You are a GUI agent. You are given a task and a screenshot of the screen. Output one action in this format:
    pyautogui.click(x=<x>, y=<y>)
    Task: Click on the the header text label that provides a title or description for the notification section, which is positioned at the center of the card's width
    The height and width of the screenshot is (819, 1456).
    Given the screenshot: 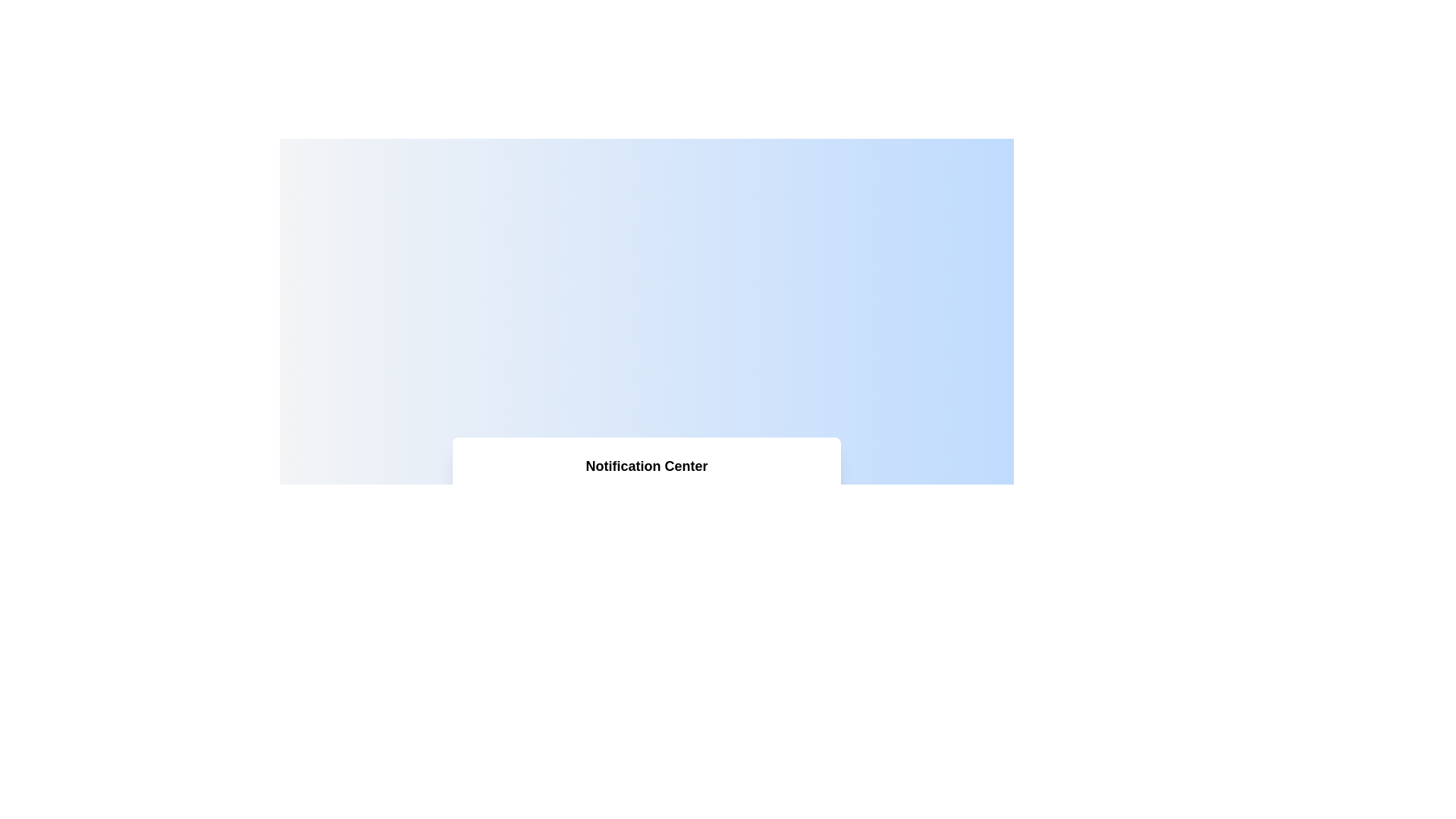 What is the action you would take?
    pyautogui.click(x=647, y=465)
    